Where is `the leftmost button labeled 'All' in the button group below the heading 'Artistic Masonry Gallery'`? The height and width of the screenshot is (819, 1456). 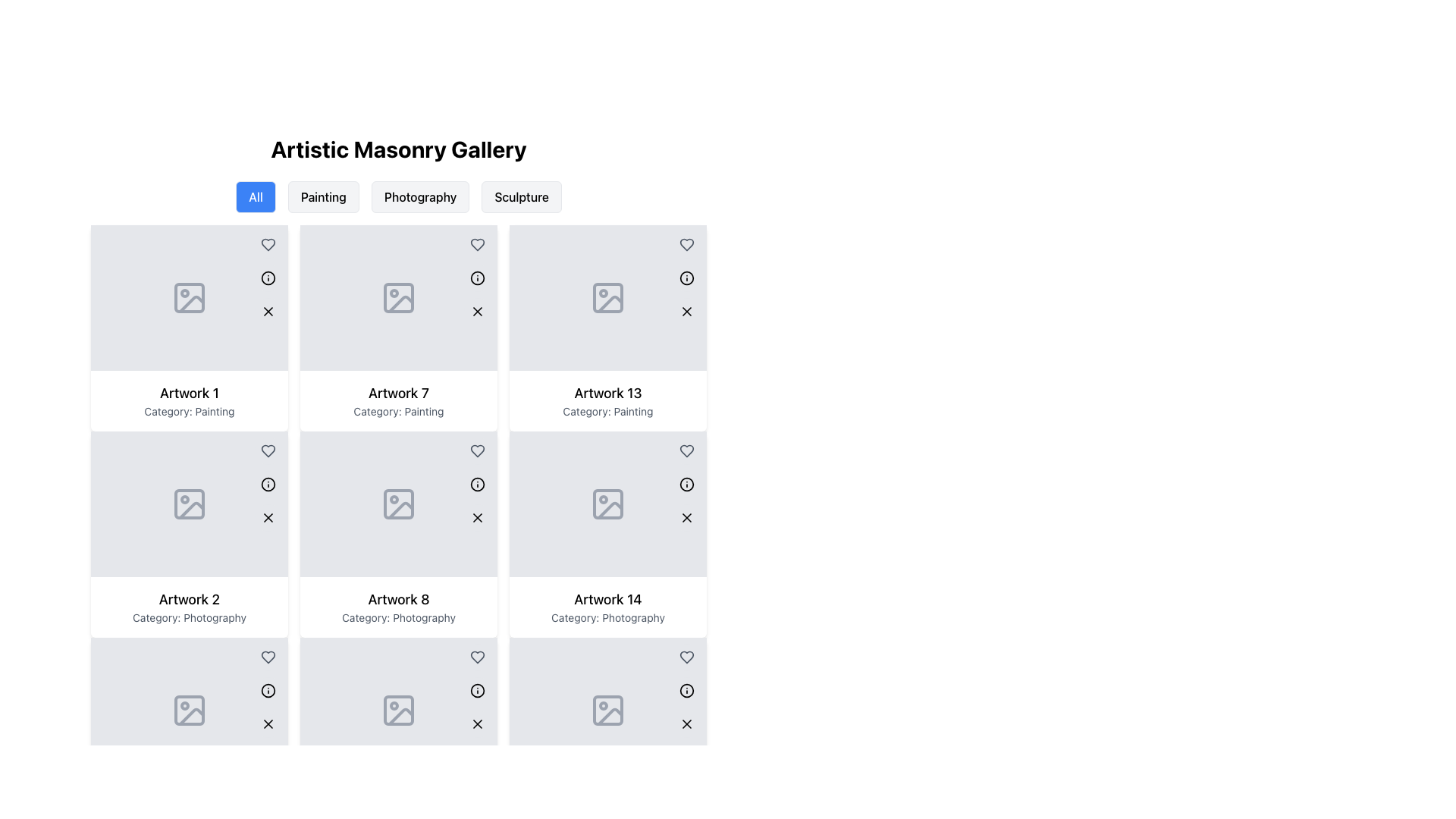
the leftmost button labeled 'All' in the button group below the heading 'Artistic Masonry Gallery' is located at coordinates (256, 196).